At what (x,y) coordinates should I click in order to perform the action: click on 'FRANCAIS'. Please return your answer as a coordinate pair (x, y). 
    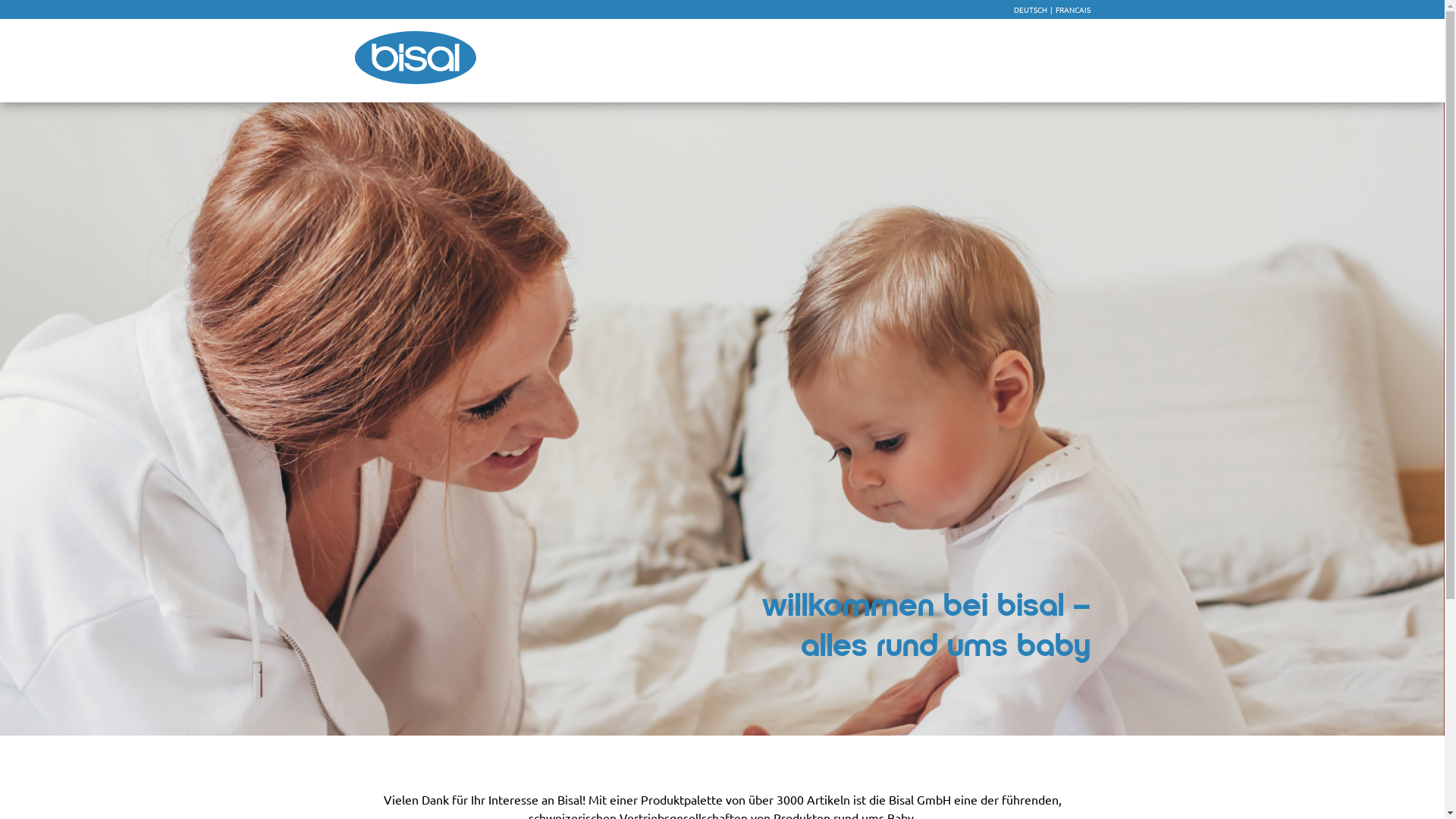
    Looking at the image, I should click on (1055, 9).